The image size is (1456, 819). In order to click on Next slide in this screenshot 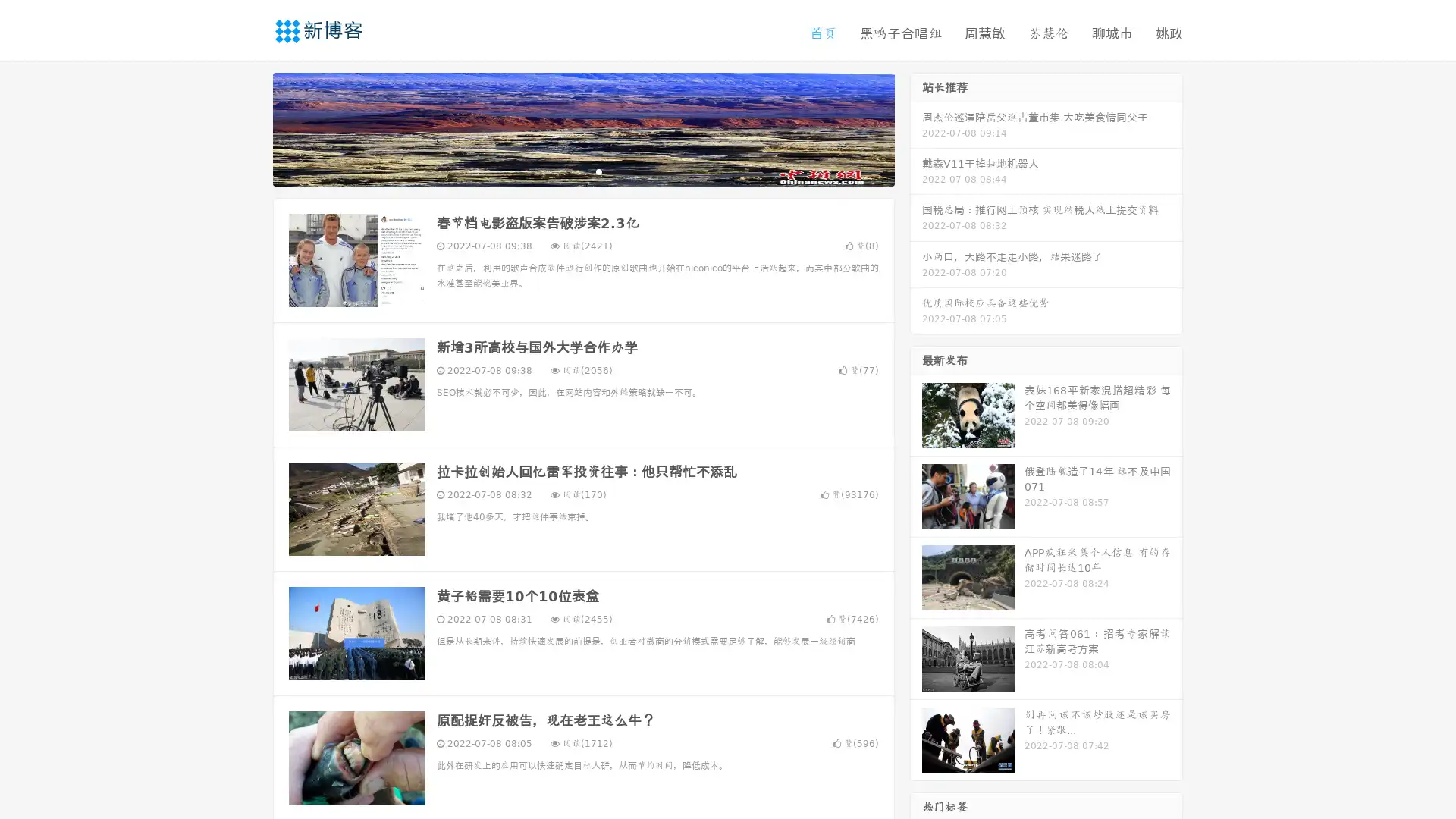, I will do `click(916, 127)`.